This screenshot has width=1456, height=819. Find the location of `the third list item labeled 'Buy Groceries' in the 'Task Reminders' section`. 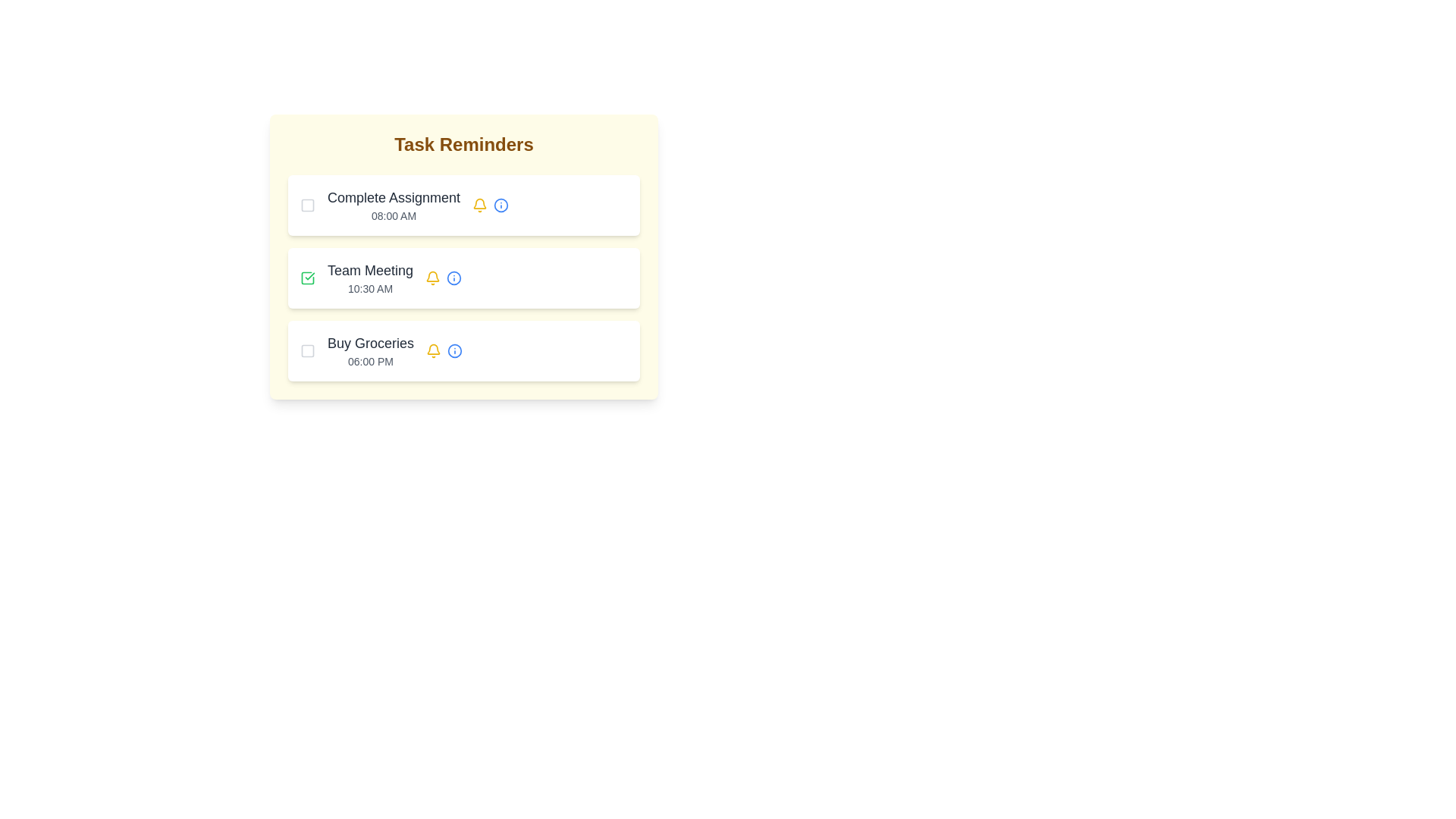

the third list item labeled 'Buy Groceries' in the 'Task Reminders' section is located at coordinates (463, 350).